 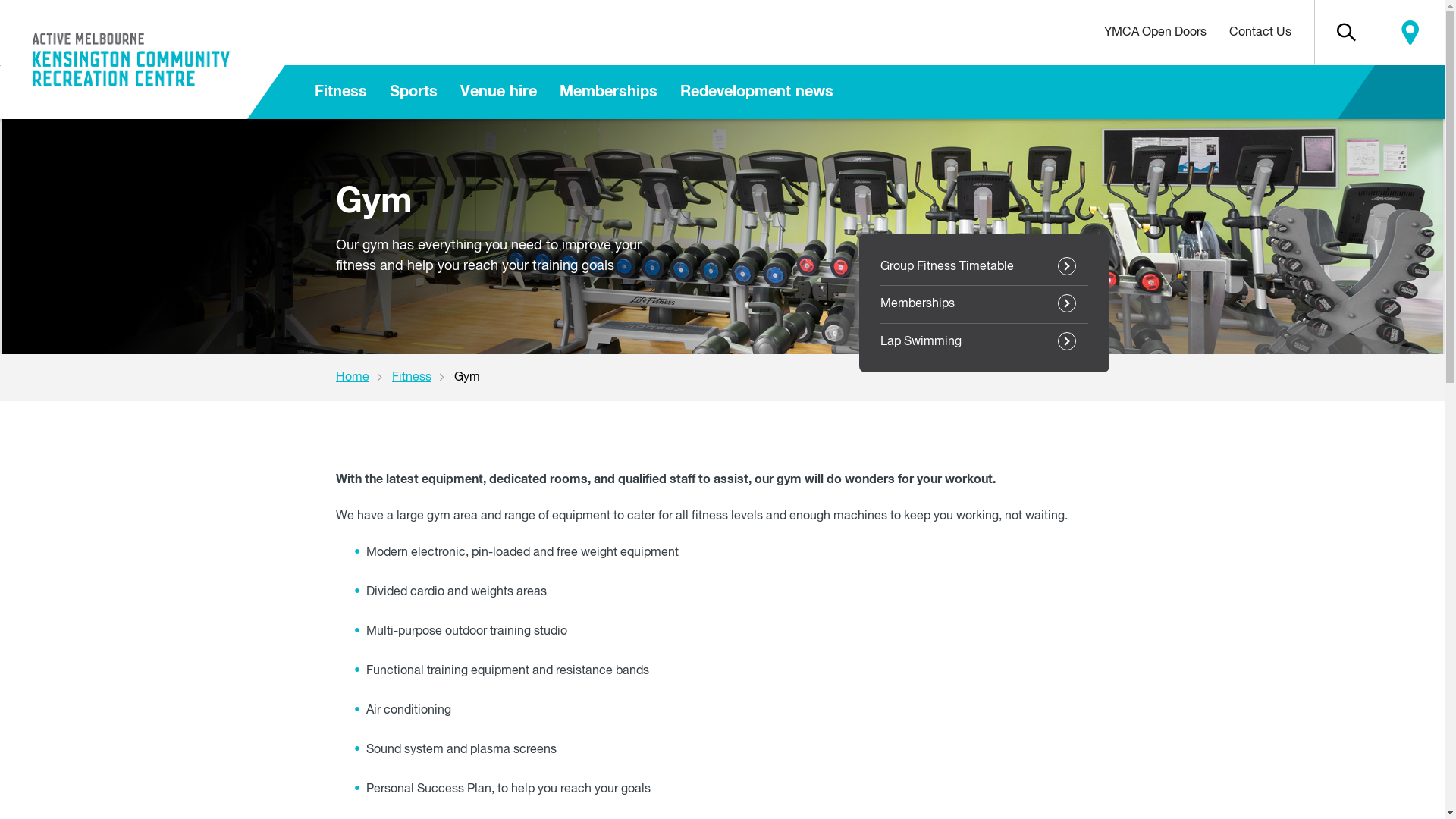 I want to click on 'Redevelopment news', so click(x=757, y=92).